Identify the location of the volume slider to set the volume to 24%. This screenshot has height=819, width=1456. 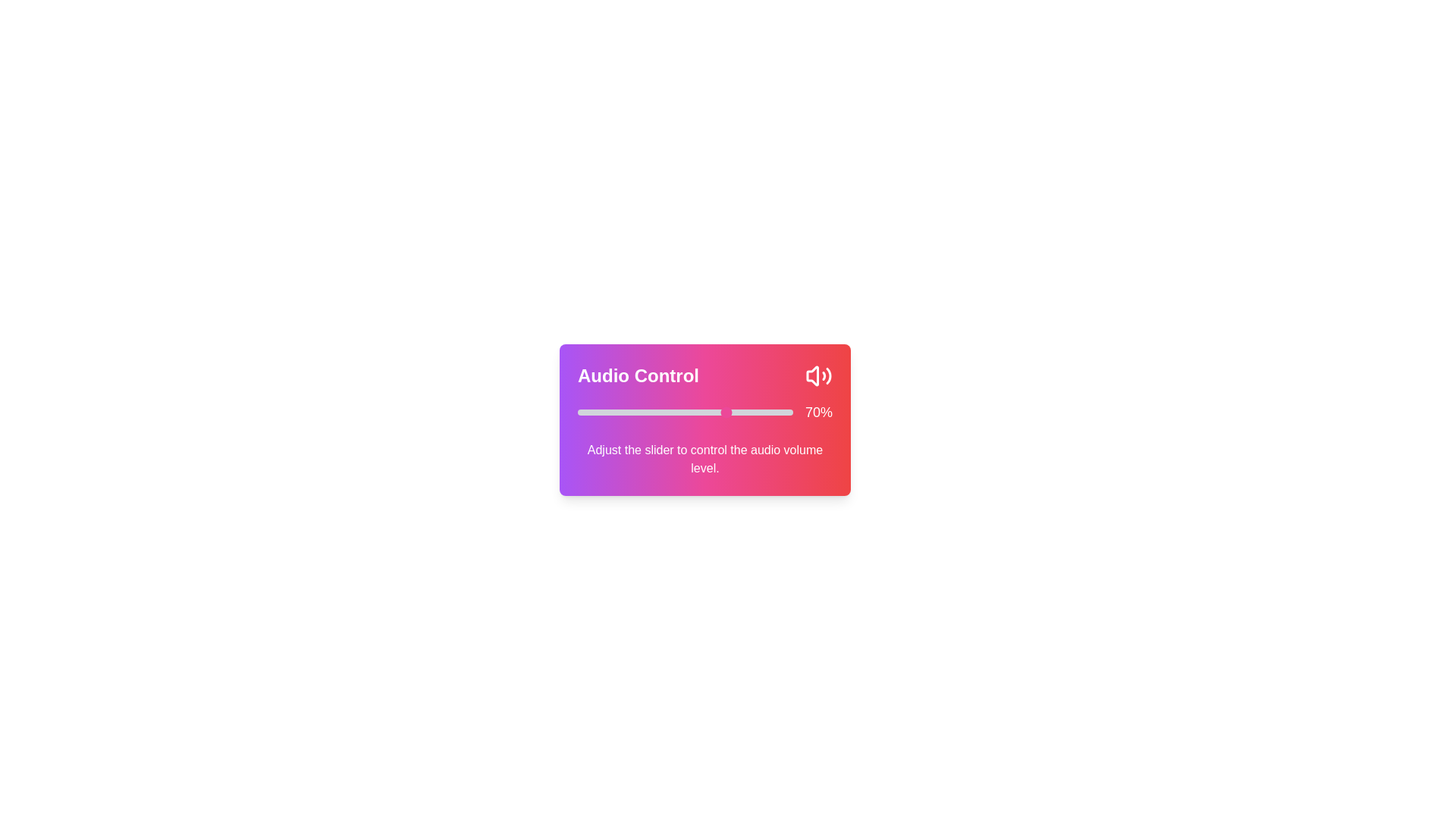
(629, 412).